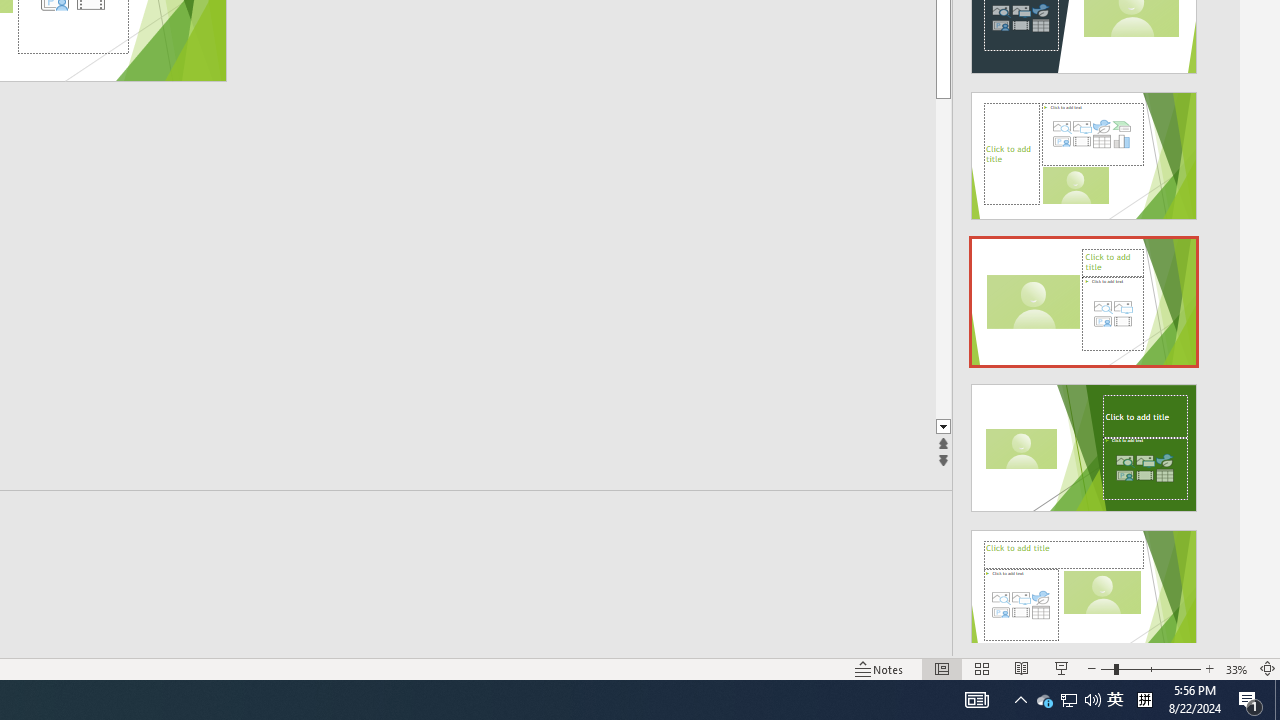 The width and height of the screenshot is (1280, 720). I want to click on 'Zoom', so click(1150, 669).